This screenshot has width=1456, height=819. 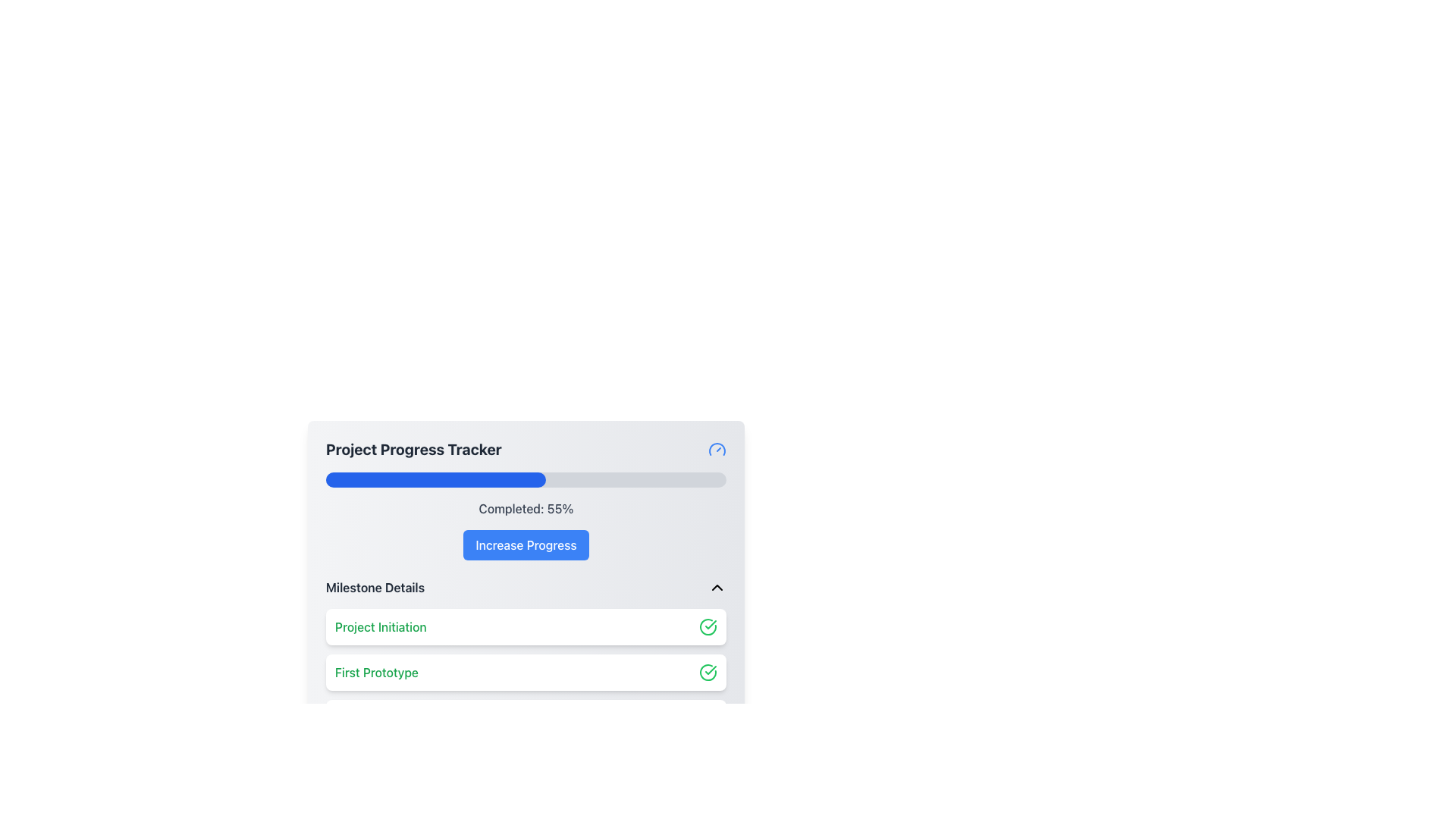 I want to click on the check mark icon within the circular green check icon located in the 'Milestone Details' section next to the 'Project Initiation' text, so click(x=710, y=669).